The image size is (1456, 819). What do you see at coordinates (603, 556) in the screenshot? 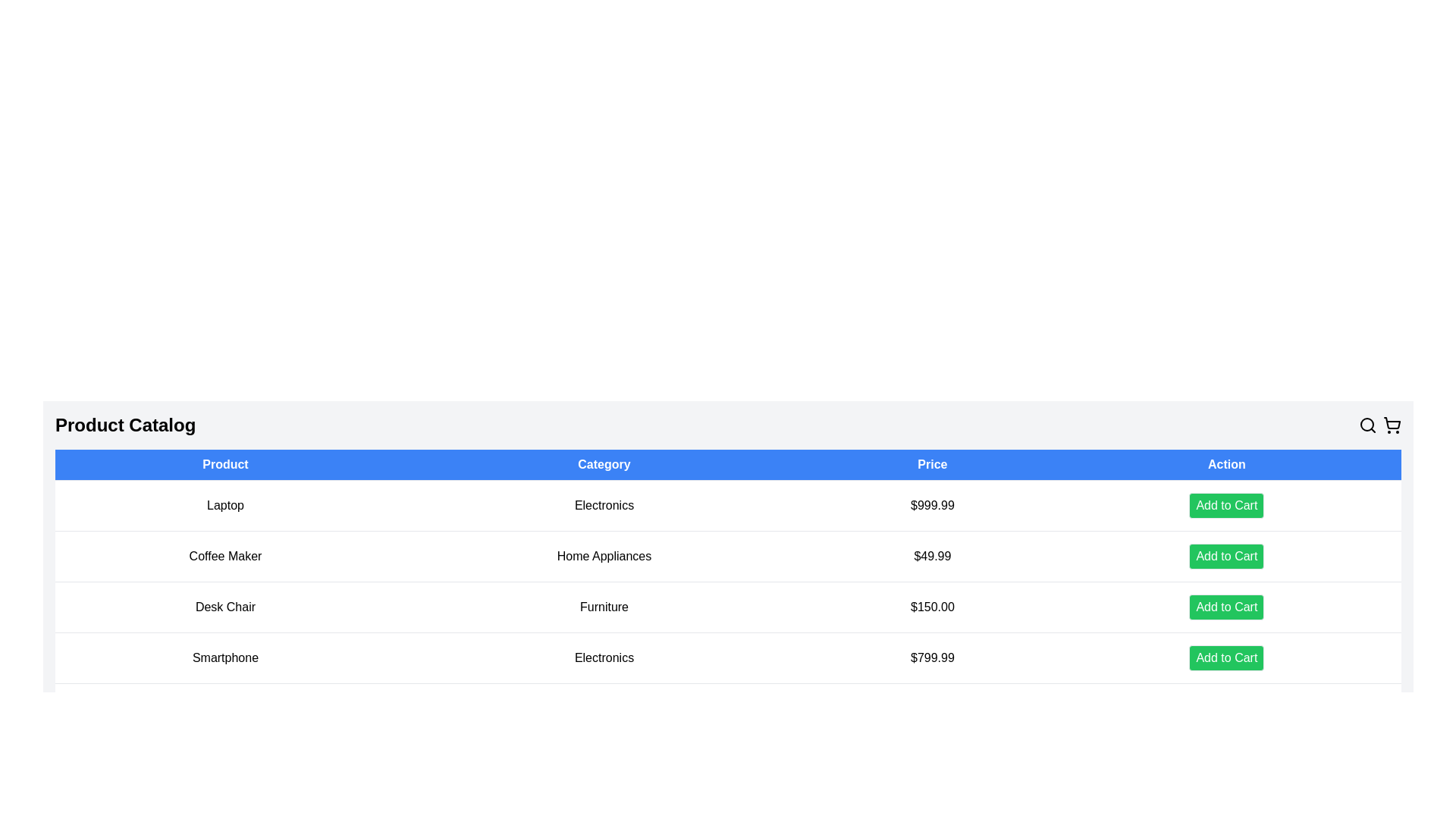
I see `the 'Home Appliances' text label located centrally under the 'Category' column in the 'Product Catalog' table` at bounding box center [603, 556].